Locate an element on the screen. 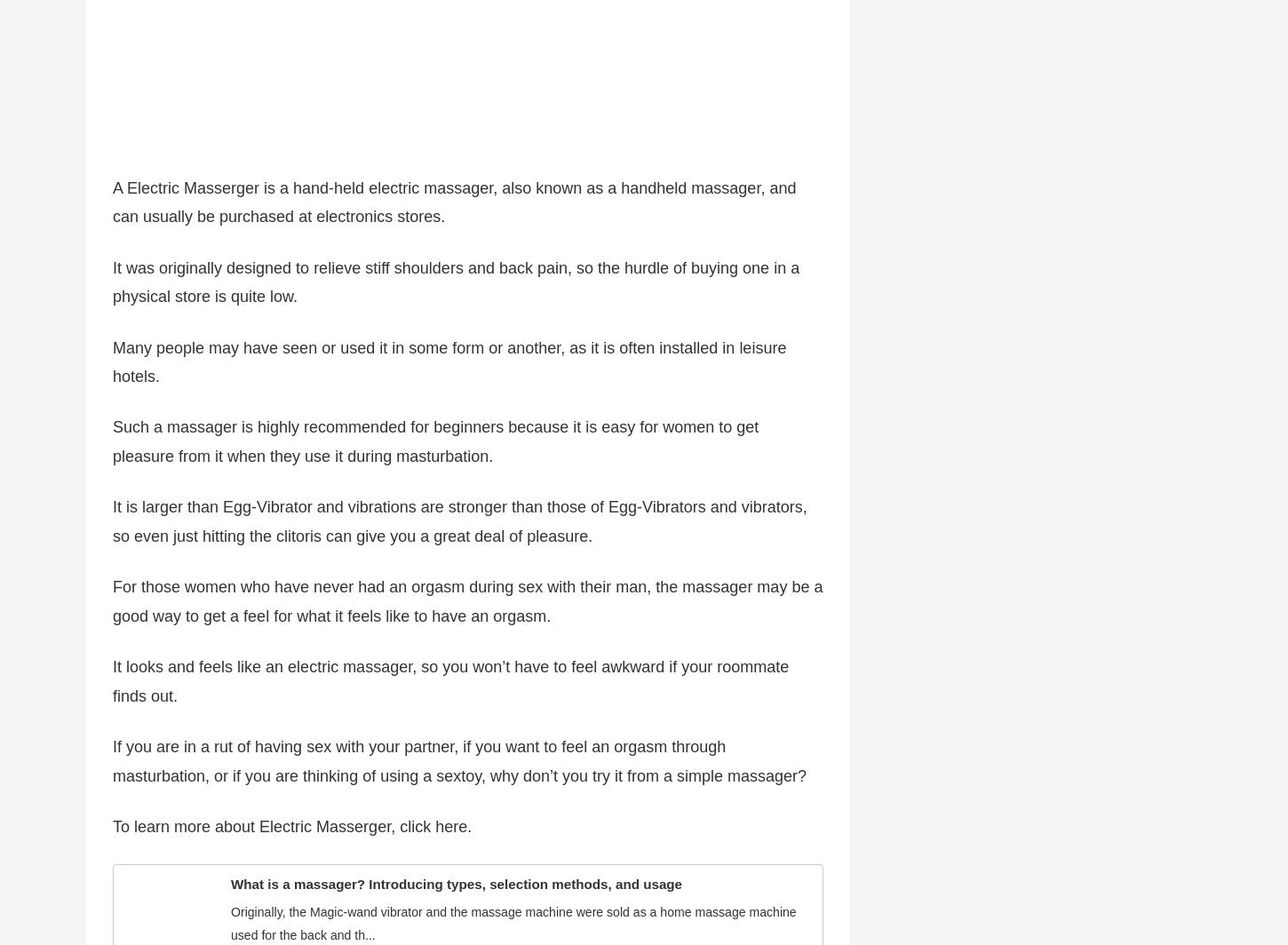  'To learn more about Electric Masserger, click here.' is located at coordinates (292, 836).